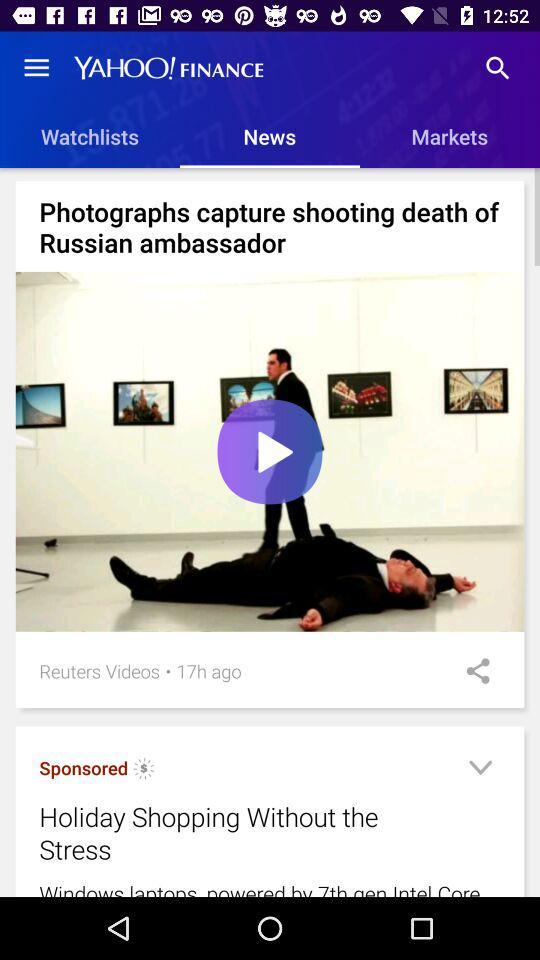 The width and height of the screenshot is (540, 960). Describe the element at coordinates (479, 770) in the screenshot. I see `down` at that location.